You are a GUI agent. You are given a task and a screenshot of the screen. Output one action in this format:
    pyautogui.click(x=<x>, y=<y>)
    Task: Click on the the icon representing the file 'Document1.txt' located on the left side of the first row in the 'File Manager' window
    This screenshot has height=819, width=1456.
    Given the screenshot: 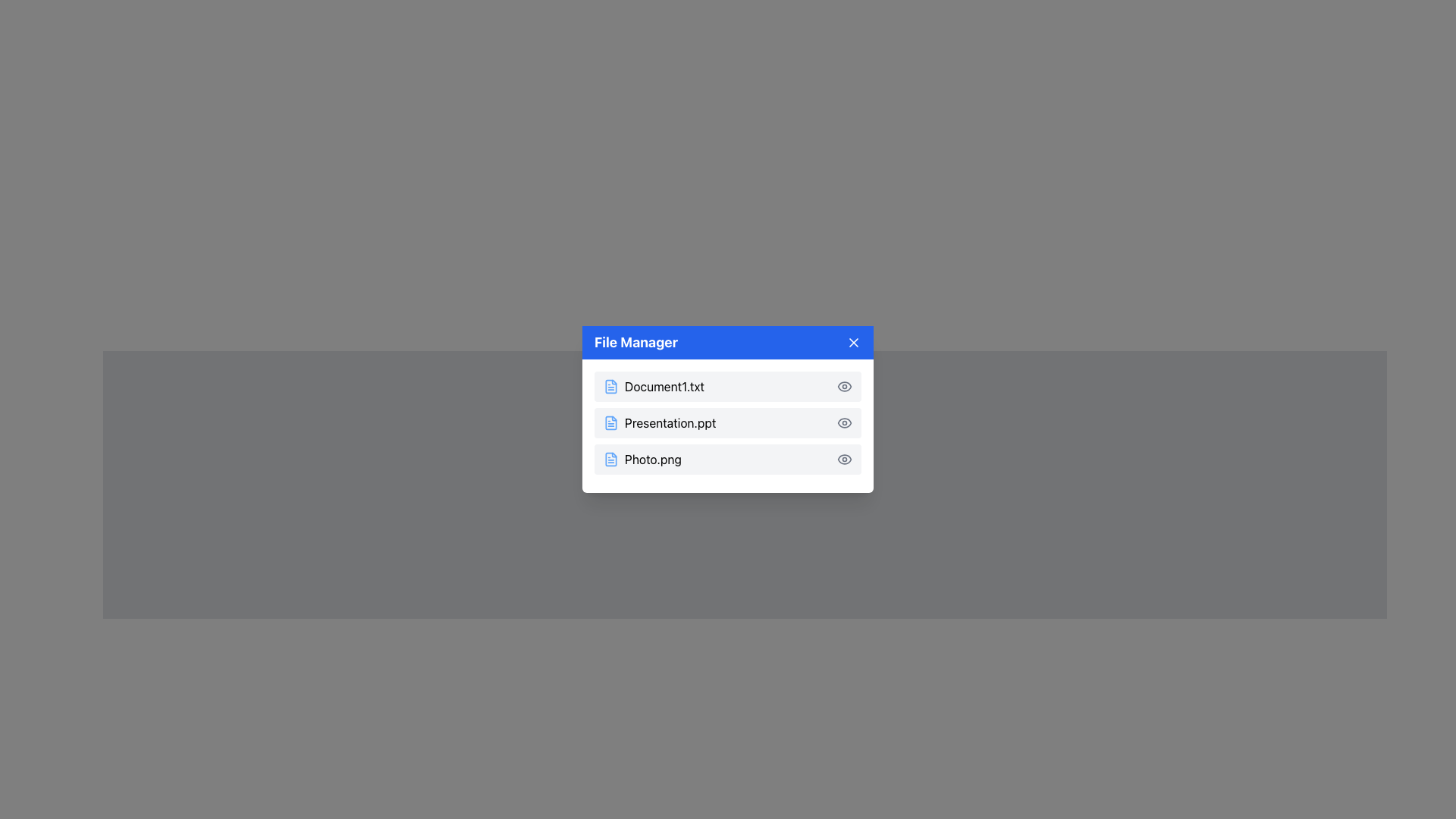 What is the action you would take?
    pyautogui.click(x=611, y=385)
    